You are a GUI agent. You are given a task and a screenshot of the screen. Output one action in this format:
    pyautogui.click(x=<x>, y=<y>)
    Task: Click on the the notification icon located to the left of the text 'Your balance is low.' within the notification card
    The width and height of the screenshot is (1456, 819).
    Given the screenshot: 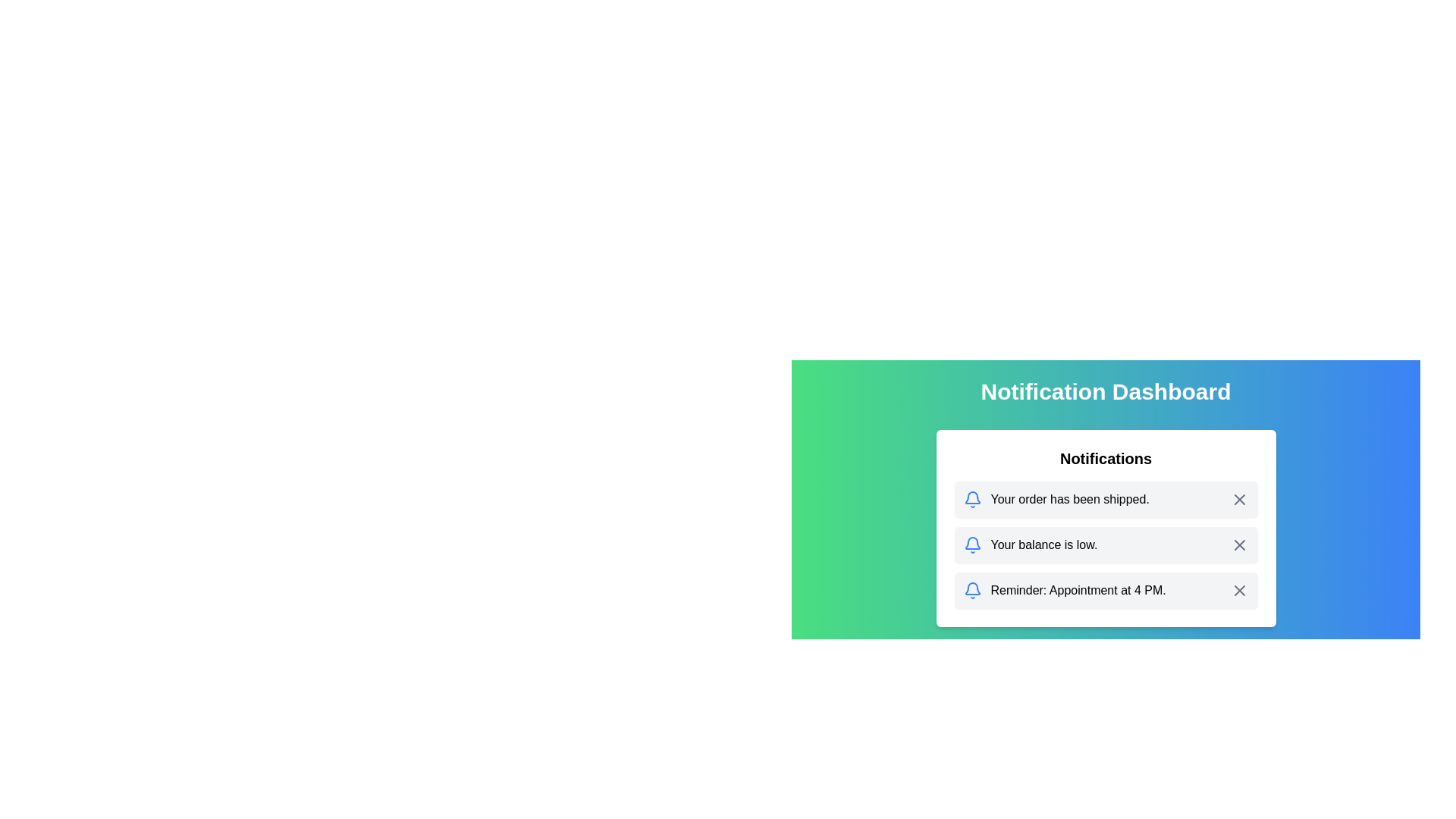 What is the action you would take?
    pyautogui.click(x=972, y=544)
    